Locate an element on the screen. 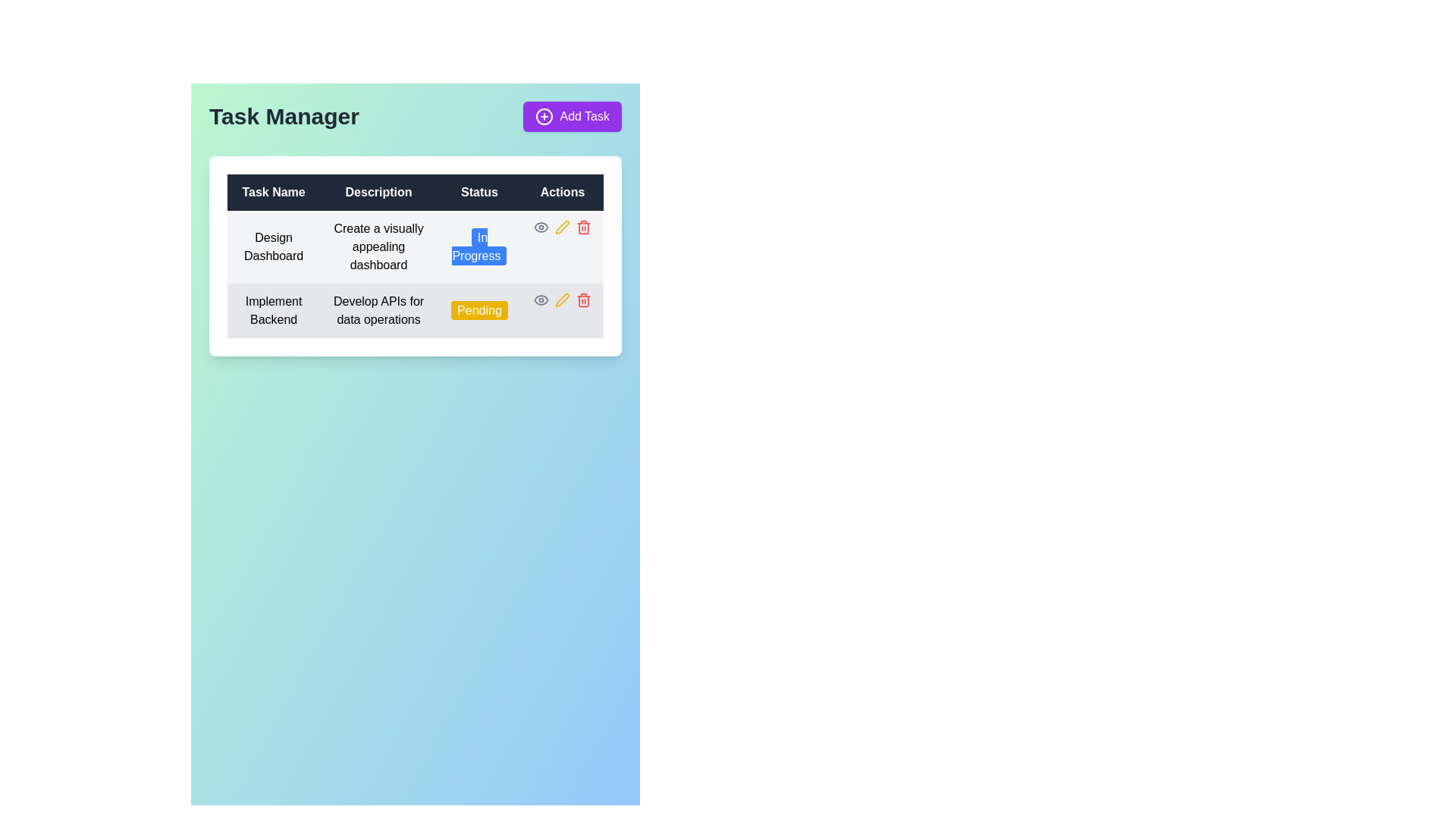 The width and height of the screenshot is (1456, 819). the header label indicating the status of tasks in the table, which is the third column from the left, located between 'Description' and 'Actions' is located at coordinates (479, 192).